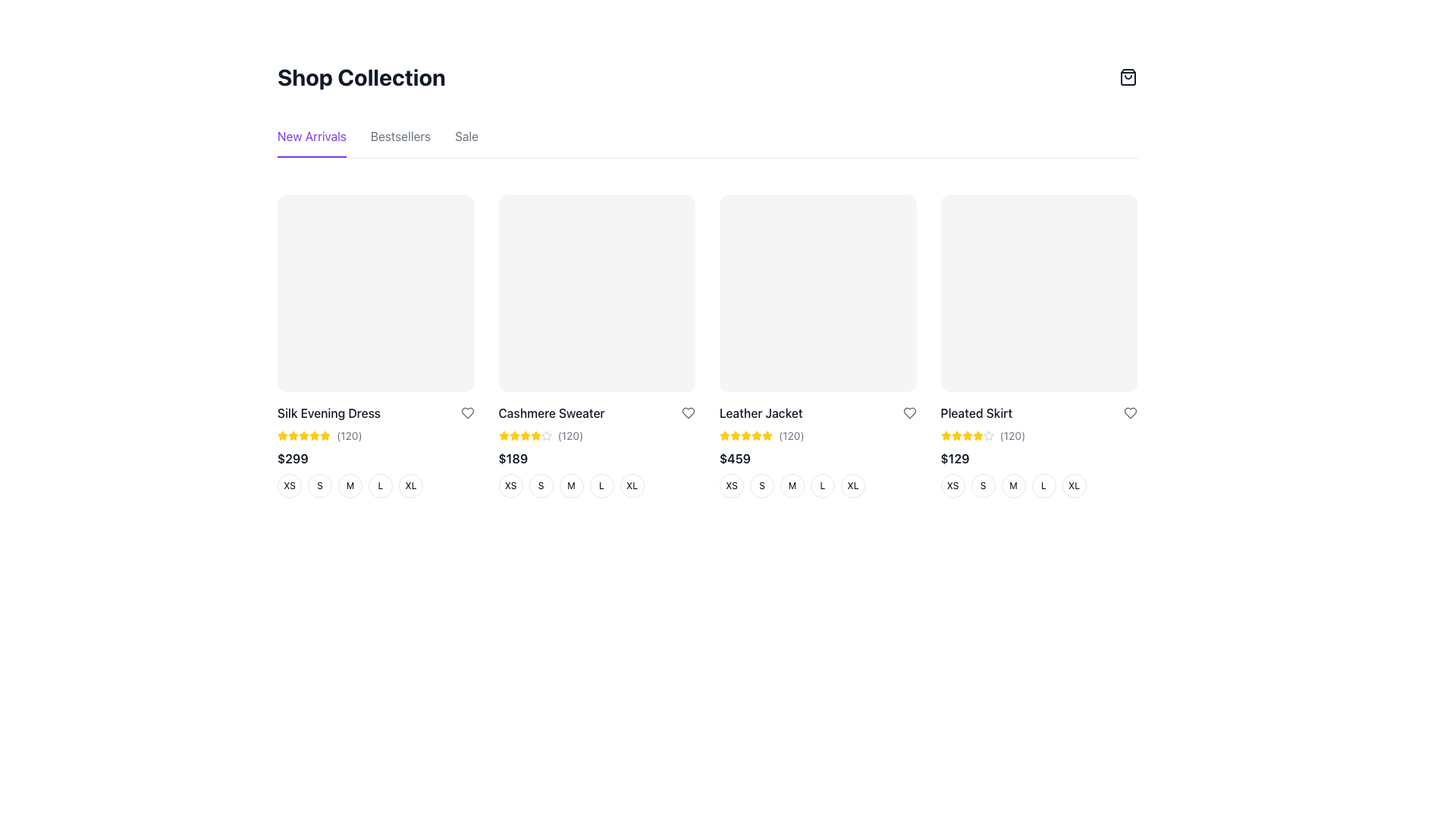 The width and height of the screenshot is (1456, 819). I want to click on the rating represented by the yellow star located in the fourth product card for the 'Pleated Skirt', positioned below the product image and above the product price, so click(966, 435).